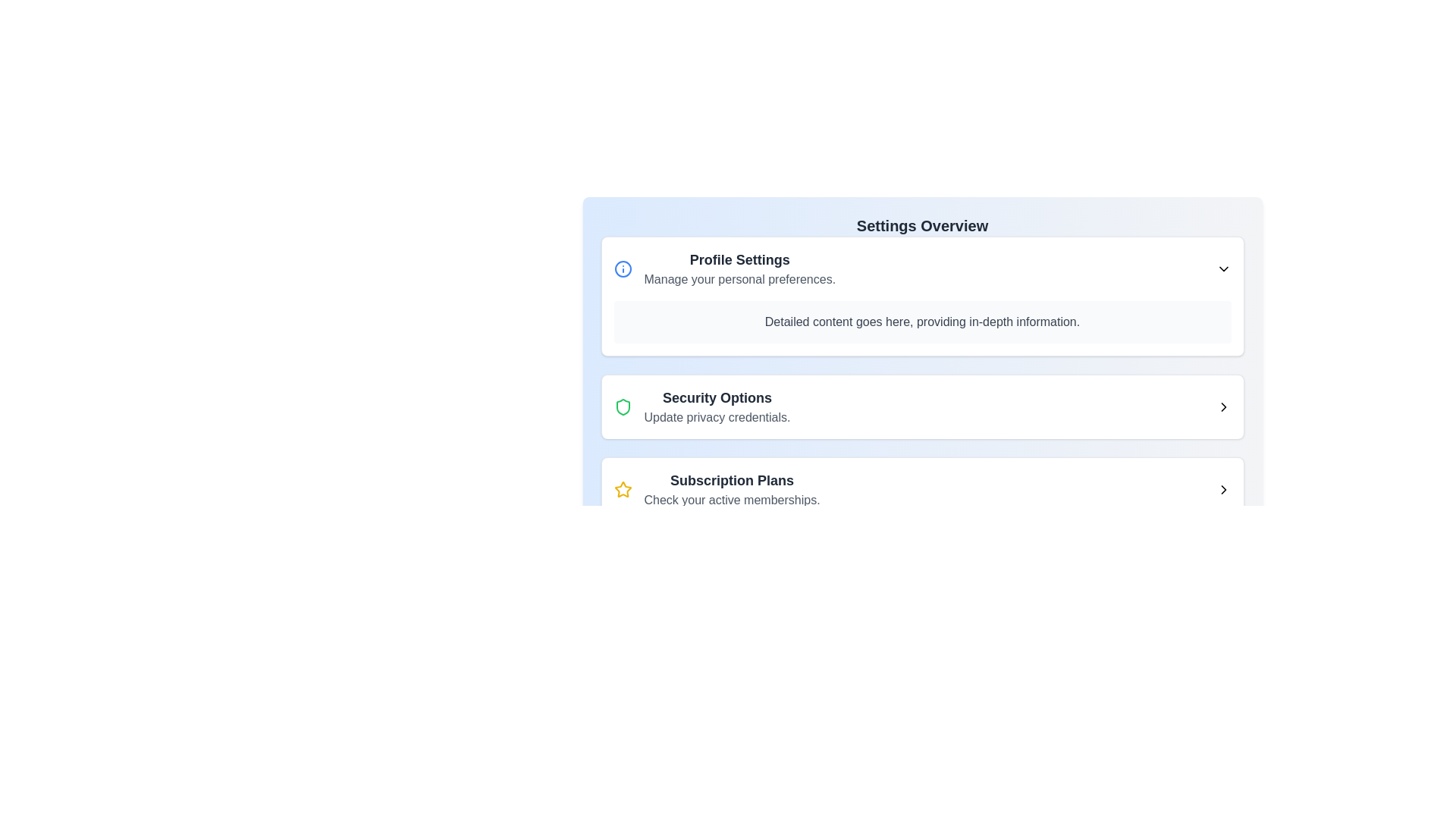  What do you see at coordinates (723, 268) in the screenshot?
I see `the first list item labeled 'Profile Settings' which includes an information icon and descriptive text for context menu access` at bounding box center [723, 268].